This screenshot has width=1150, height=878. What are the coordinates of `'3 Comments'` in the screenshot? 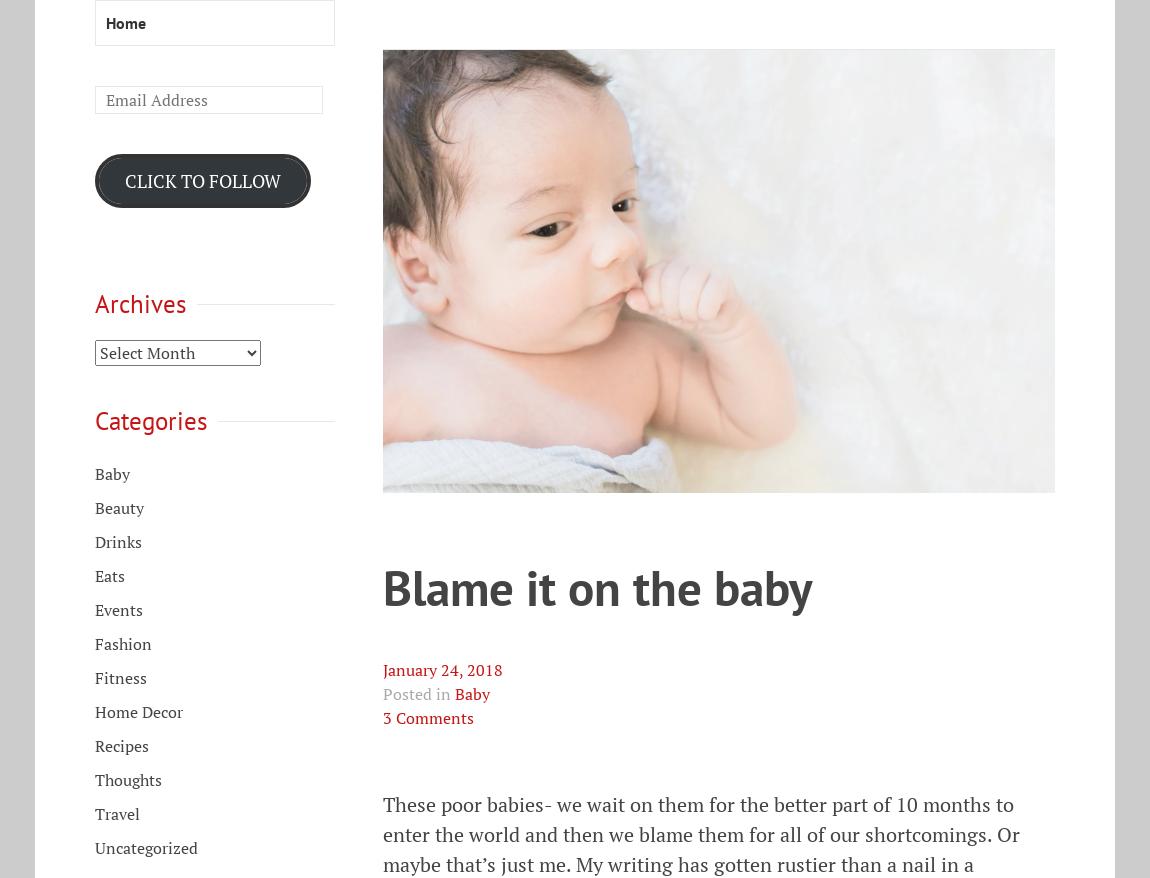 It's located at (428, 715).